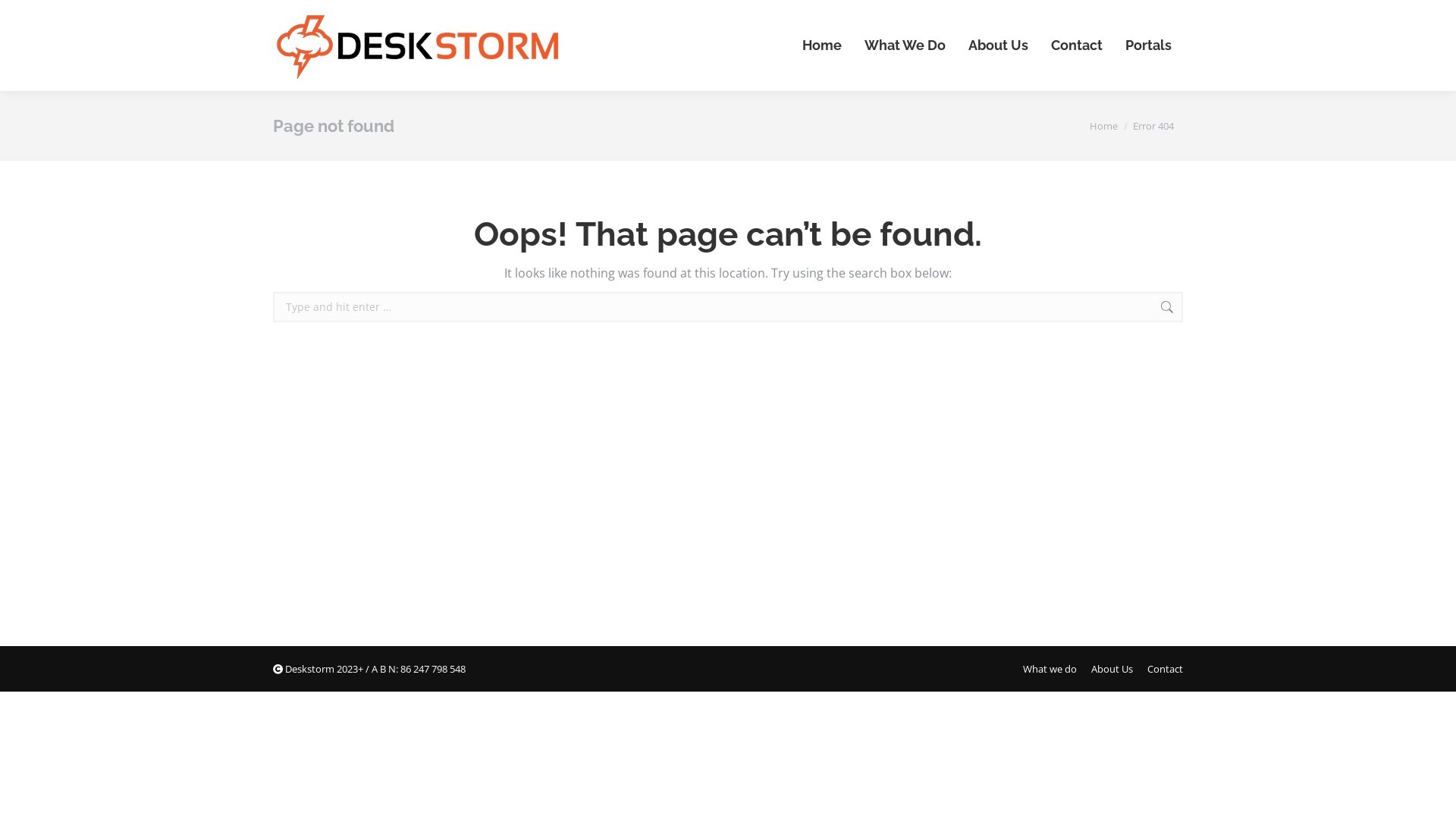 The image size is (1456, 819). What do you see at coordinates (1112, 667) in the screenshot?
I see `'About Us'` at bounding box center [1112, 667].